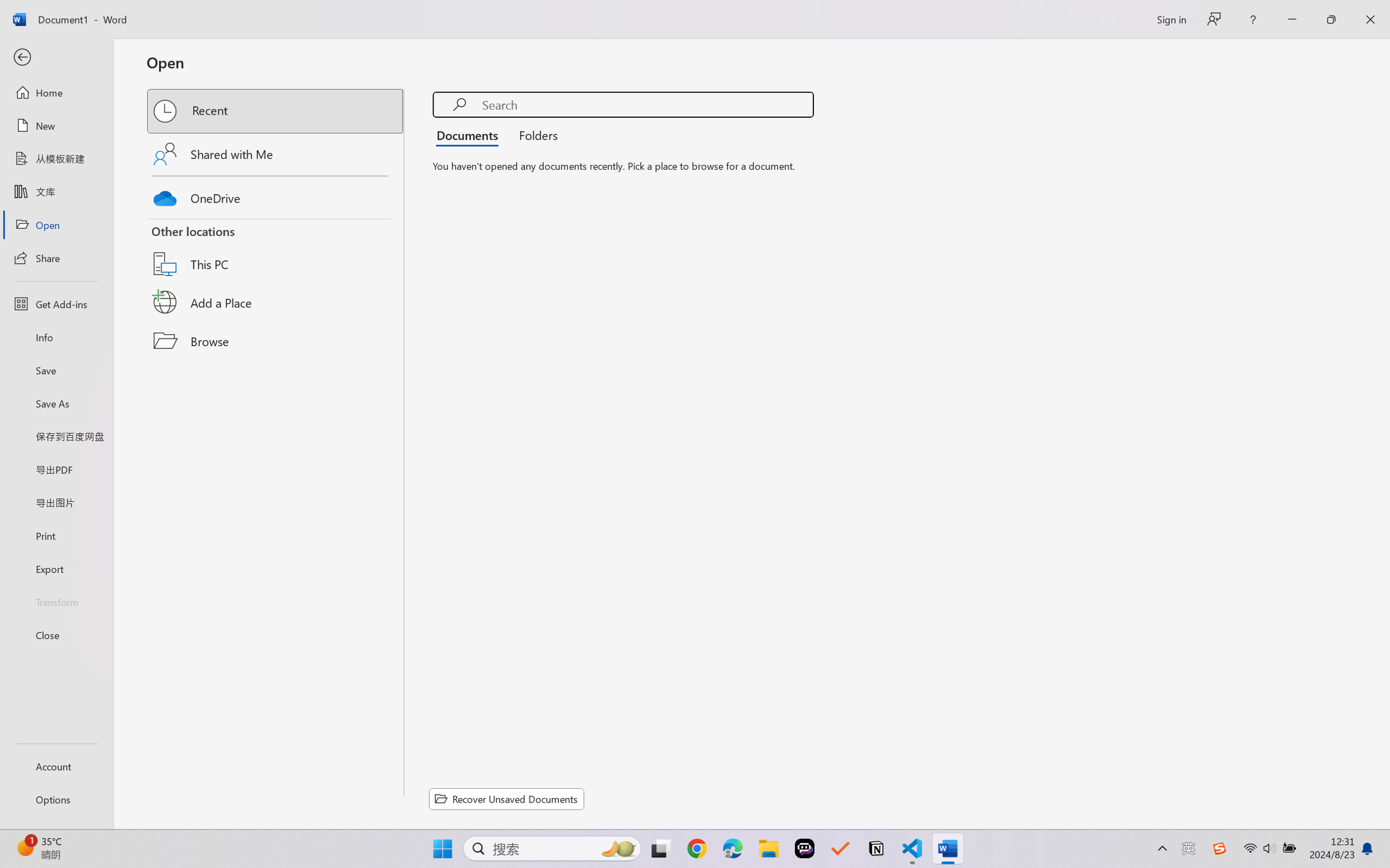 This screenshot has width=1390, height=868. I want to click on 'Info', so click(56, 336).